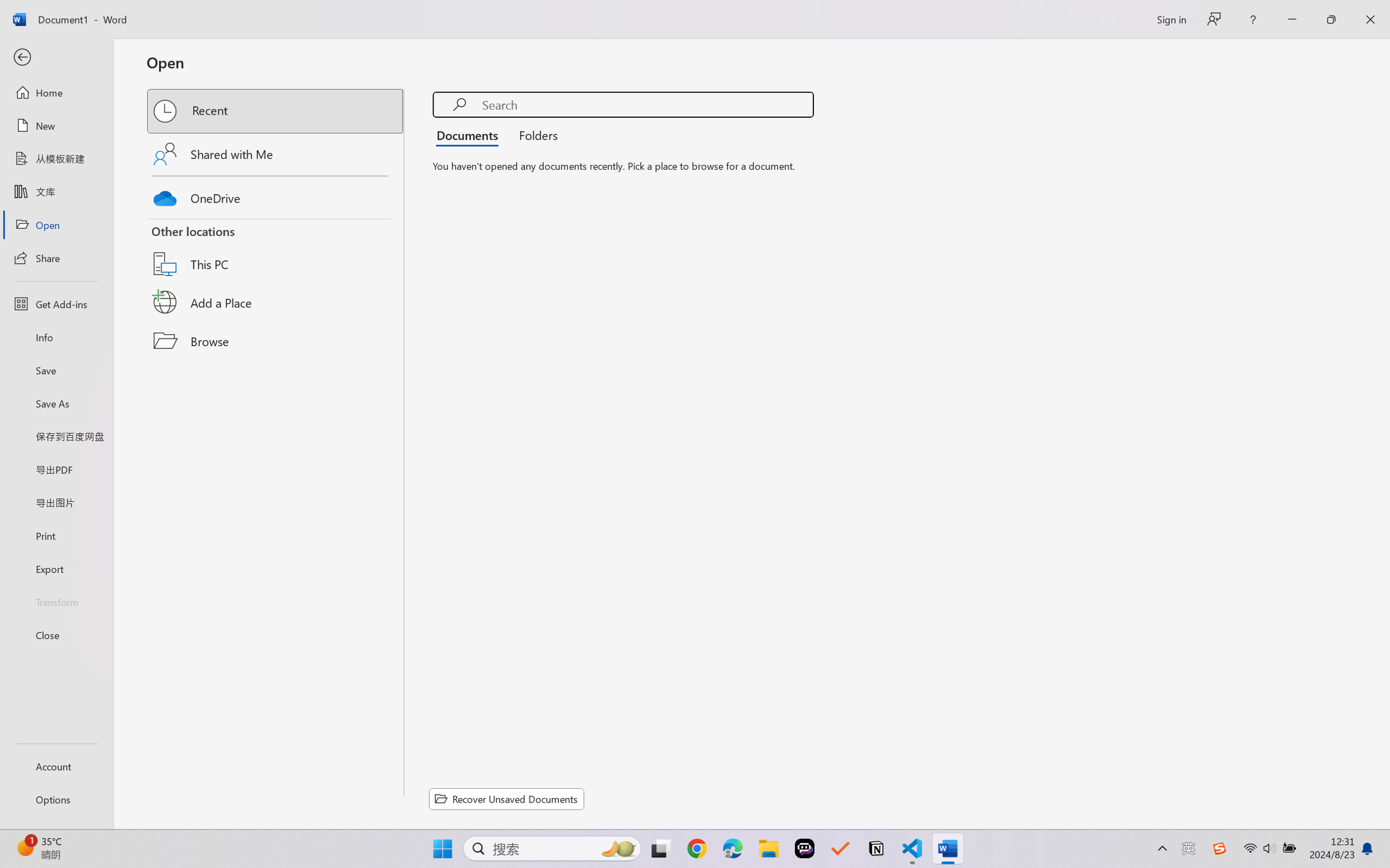 This screenshot has width=1390, height=868. I want to click on 'Info', so click(56, 336).